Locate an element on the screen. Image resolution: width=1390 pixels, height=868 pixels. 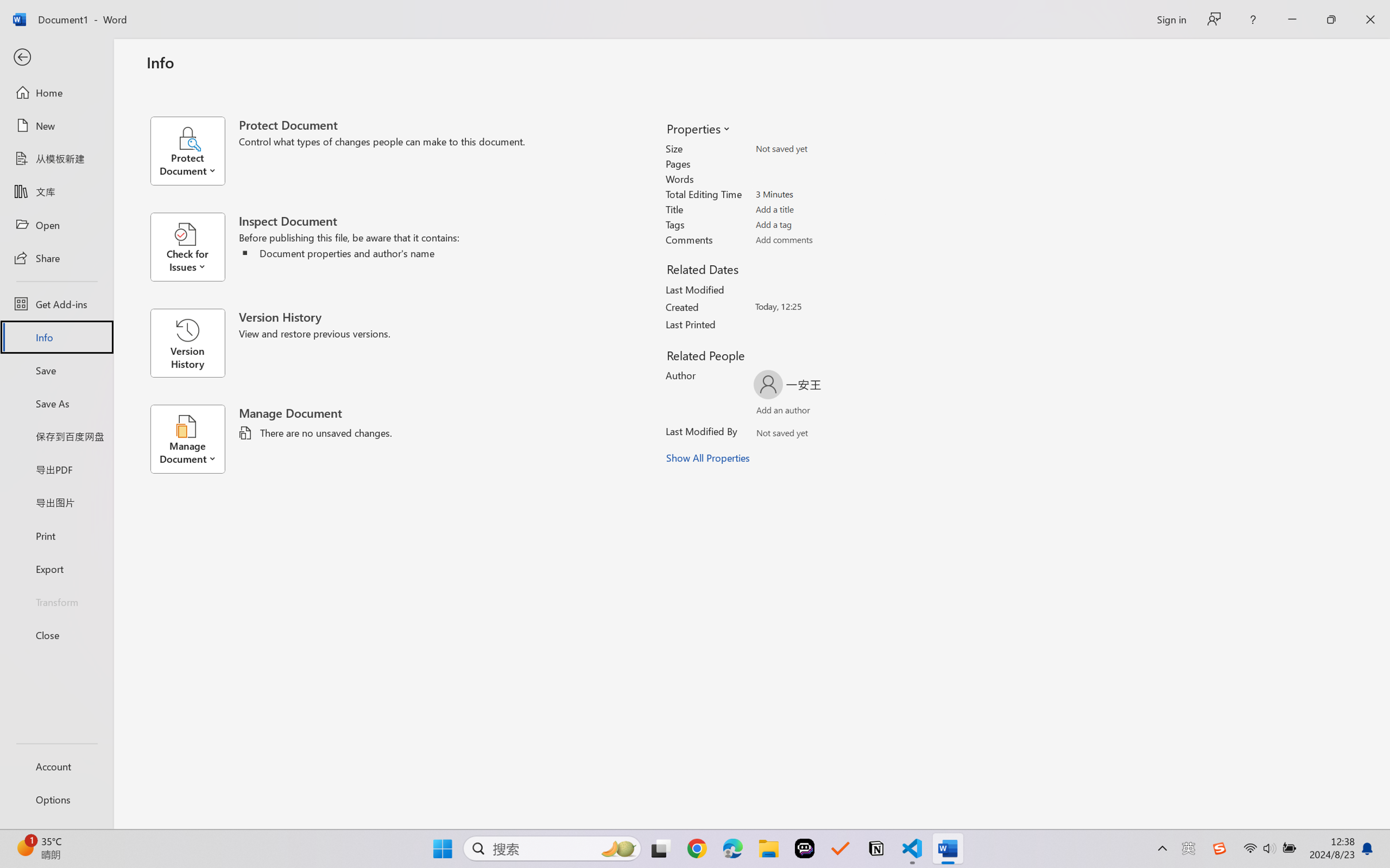
'Info' is located at coordinates (56, 336).